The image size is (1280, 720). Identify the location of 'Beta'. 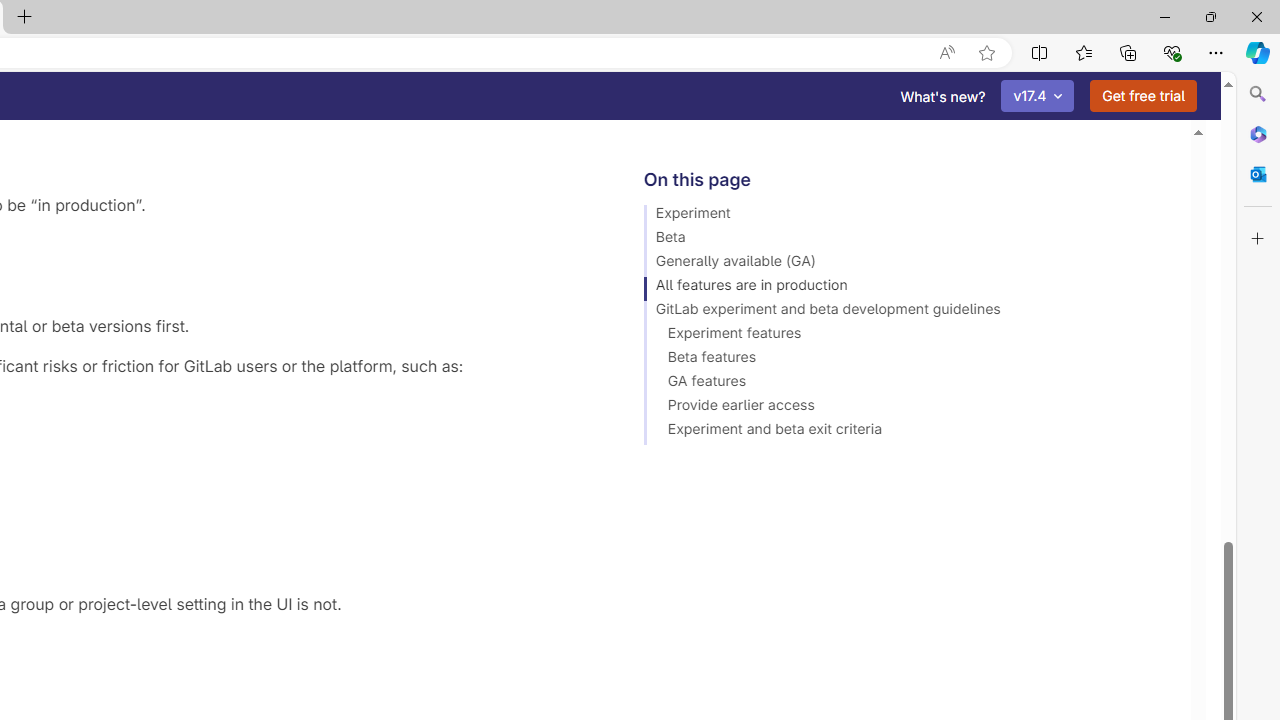
(907, 239).